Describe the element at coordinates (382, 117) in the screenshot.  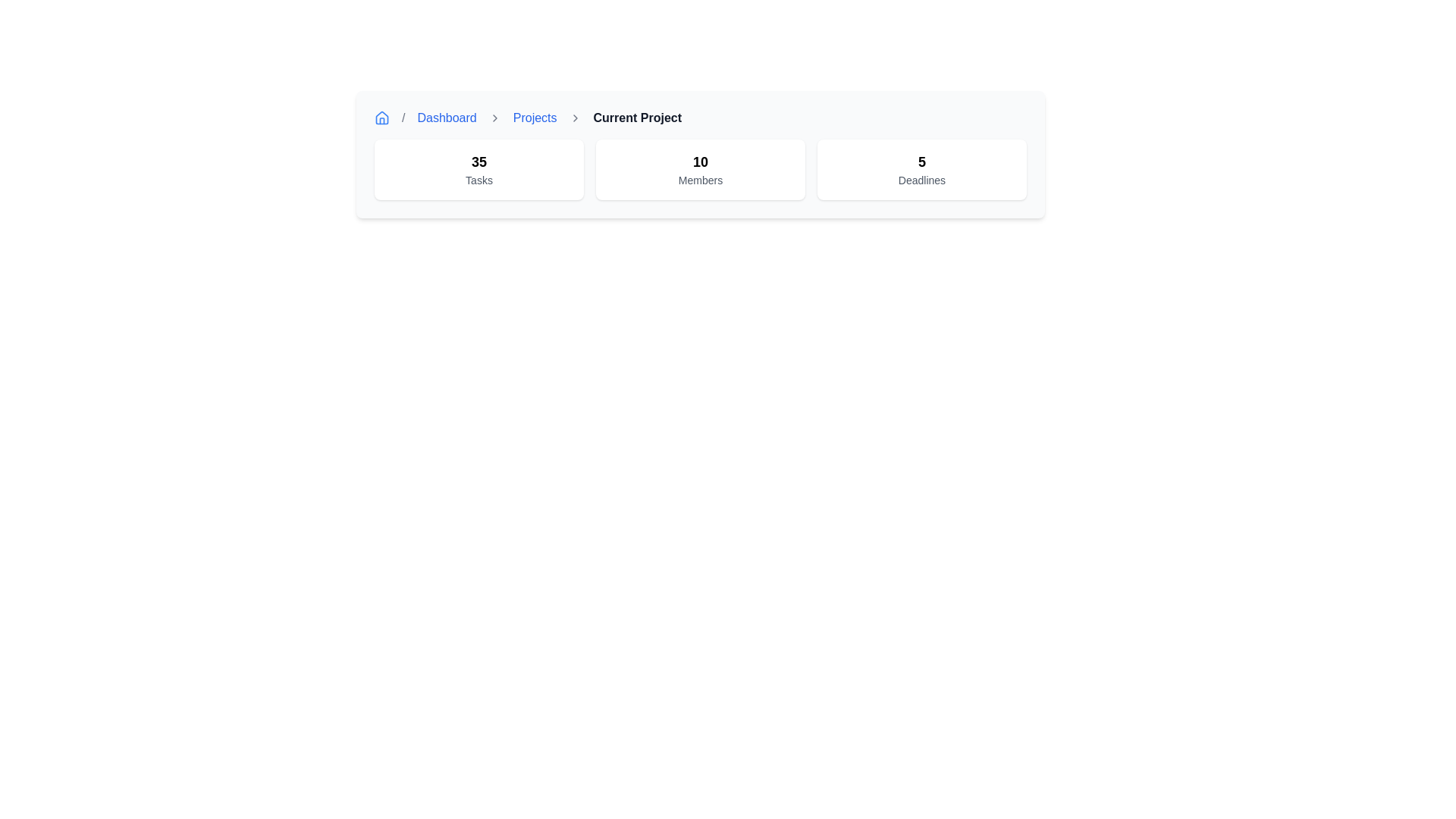
I see `the blue house icon located at the far-left part of the breadcrumb navigation bar` at that location.